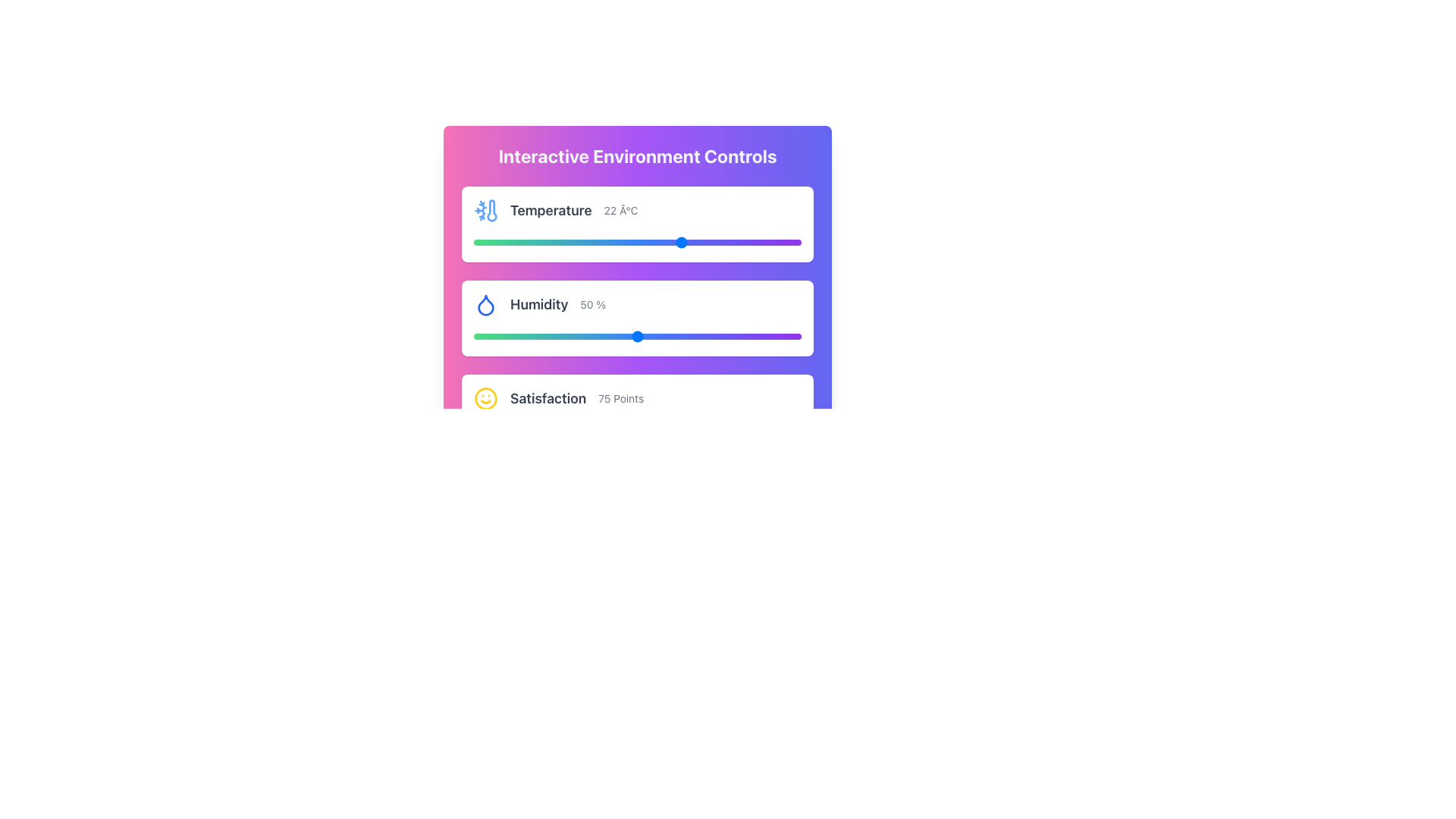 This screenshot has height=819, width=1456. Describe the element at coordinates (476, 335) in the screenshot. I see `humidity` at that location.